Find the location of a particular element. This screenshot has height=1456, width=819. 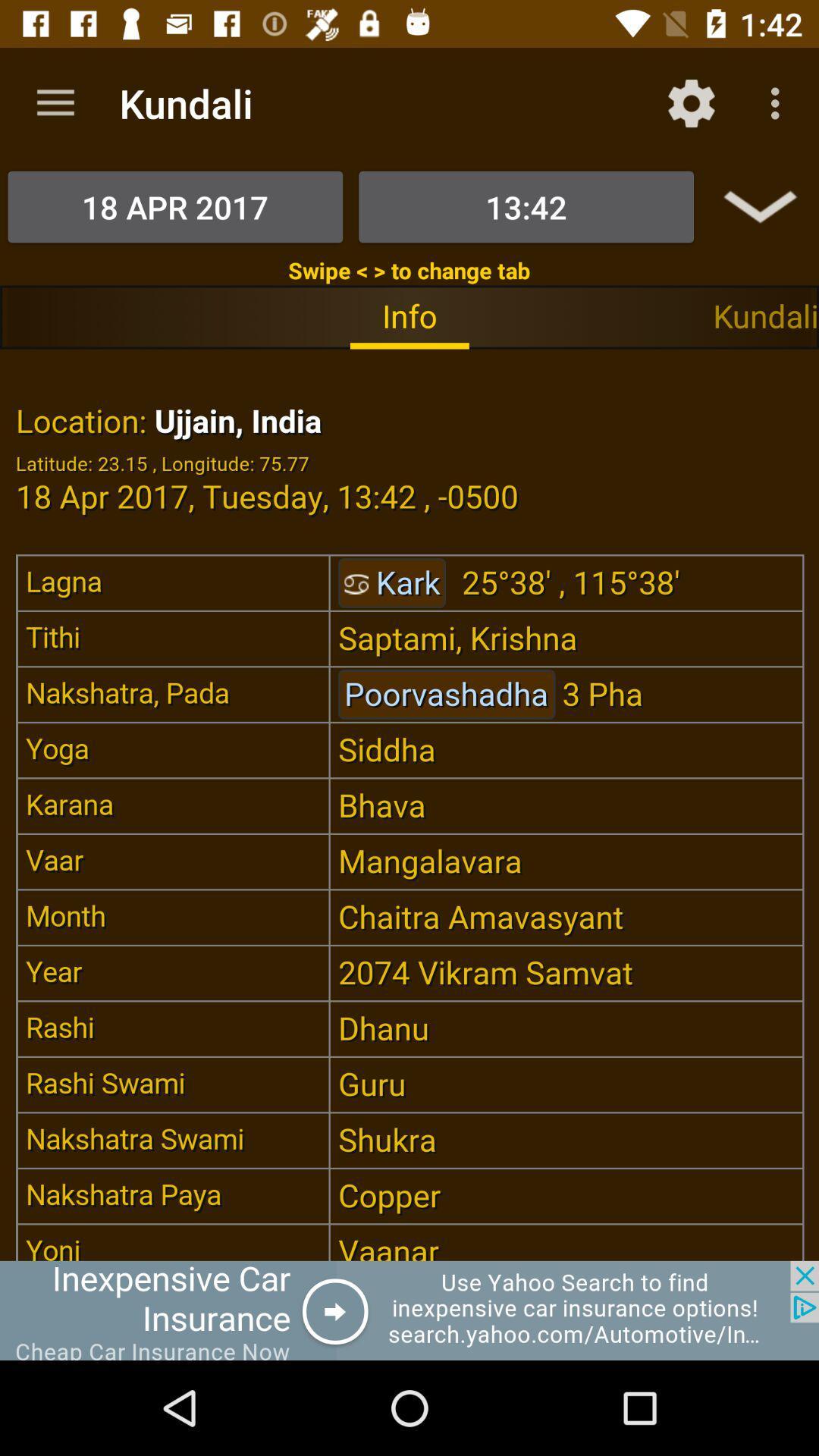

hindu calendar car insurance is located at coordinates (409, 1310).